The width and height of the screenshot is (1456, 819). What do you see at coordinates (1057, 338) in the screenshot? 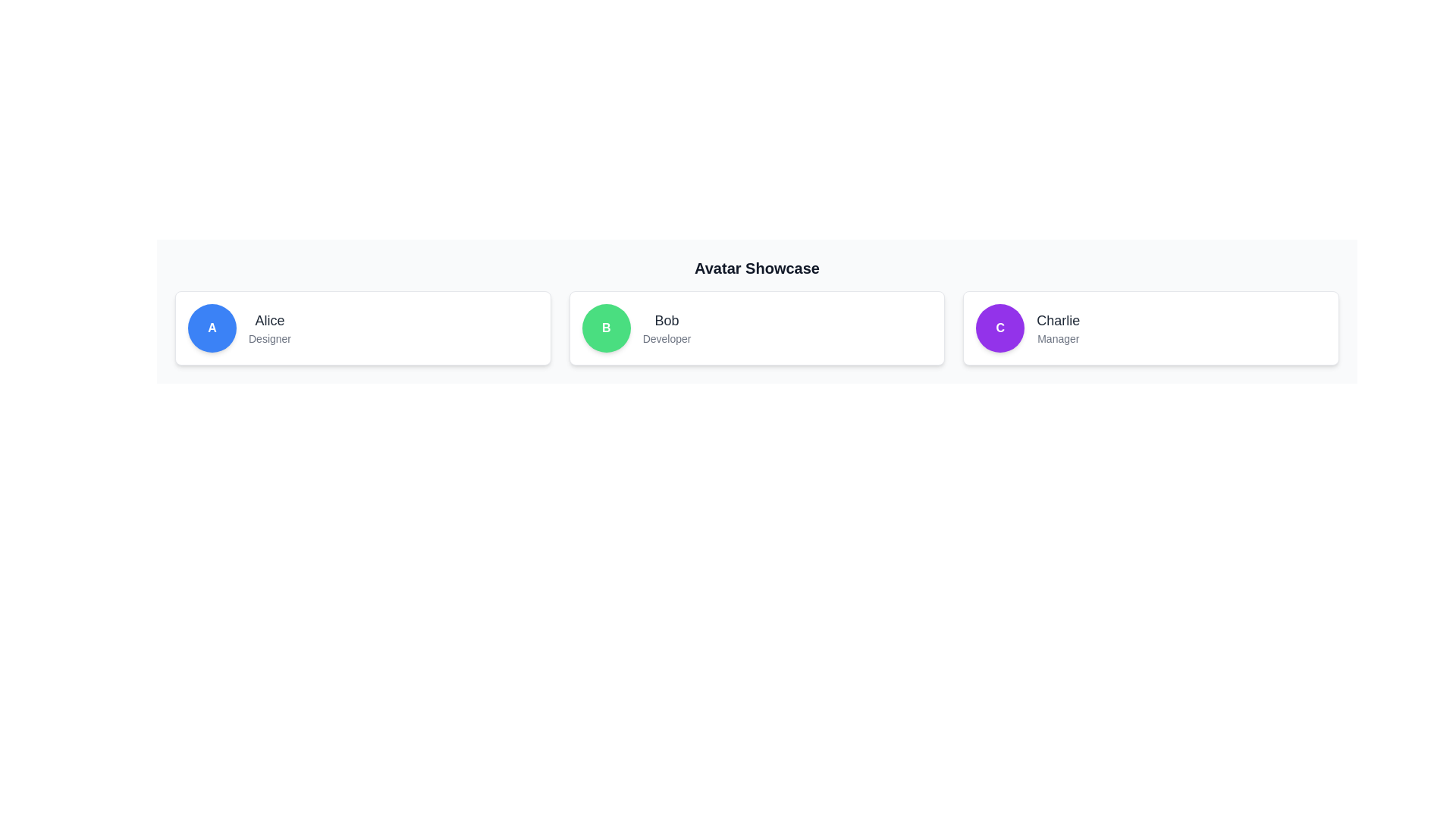
I see `the Text label that denotes the role or title of the individual named 'Charlie,' located within a card on the far-right side of the interface, directly beneath the name 'Charlie.'` at bounding box center [1057, 338].